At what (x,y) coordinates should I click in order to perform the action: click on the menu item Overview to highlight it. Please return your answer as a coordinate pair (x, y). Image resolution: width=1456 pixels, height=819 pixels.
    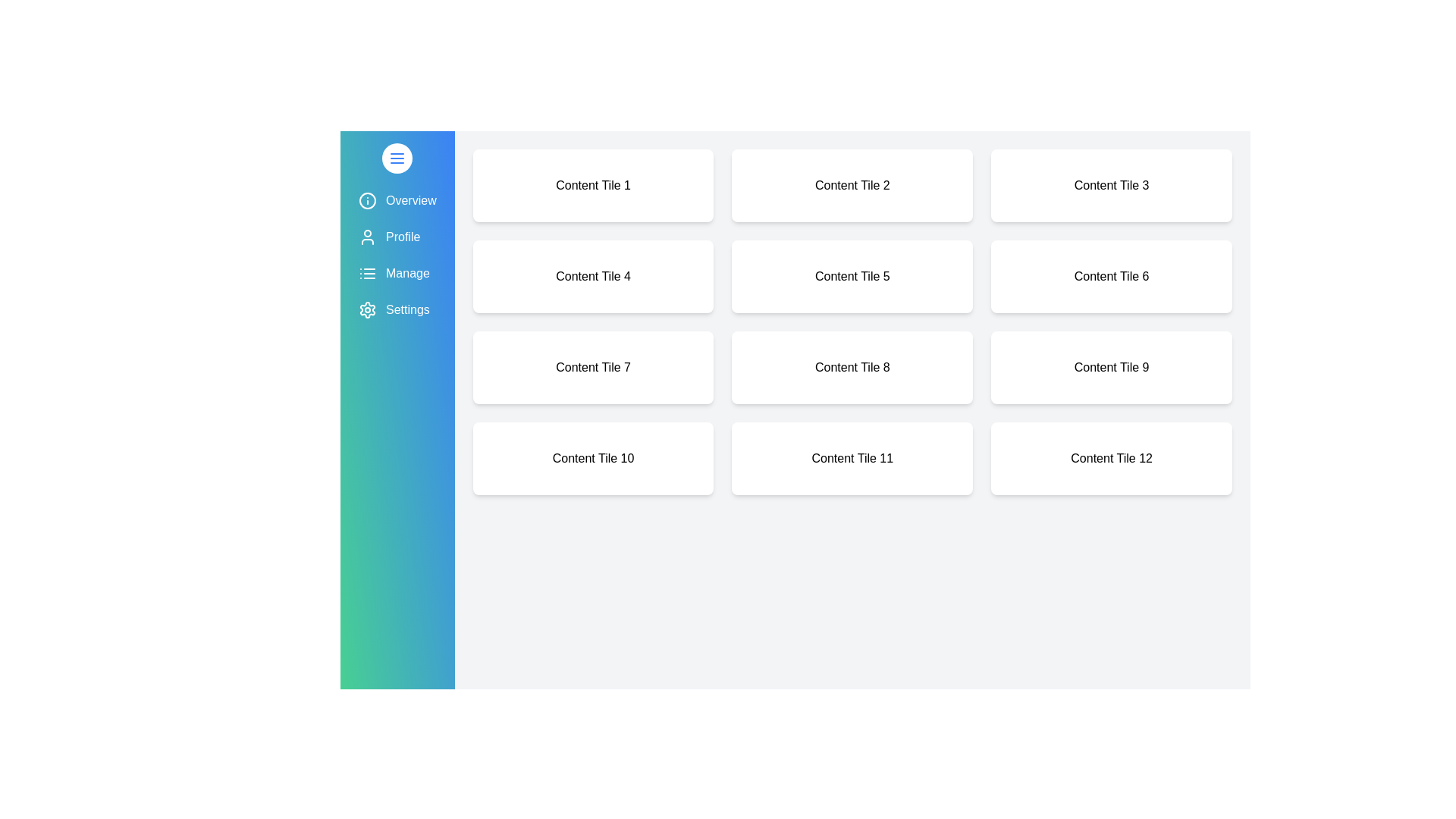
    Looking at the image, I should click on (397, 200).